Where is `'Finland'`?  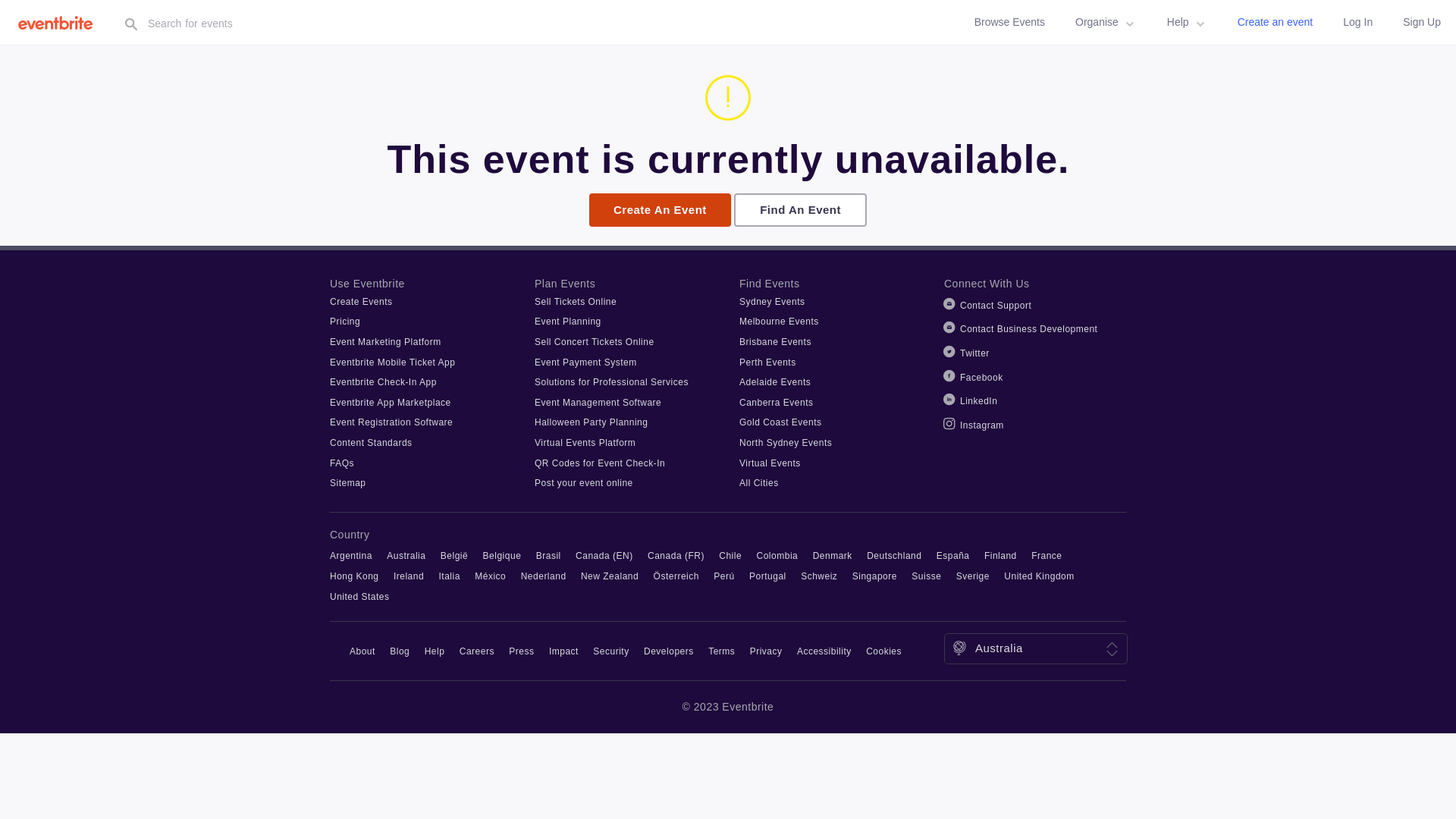 'Finland' is located at coordinates (1000, 555).